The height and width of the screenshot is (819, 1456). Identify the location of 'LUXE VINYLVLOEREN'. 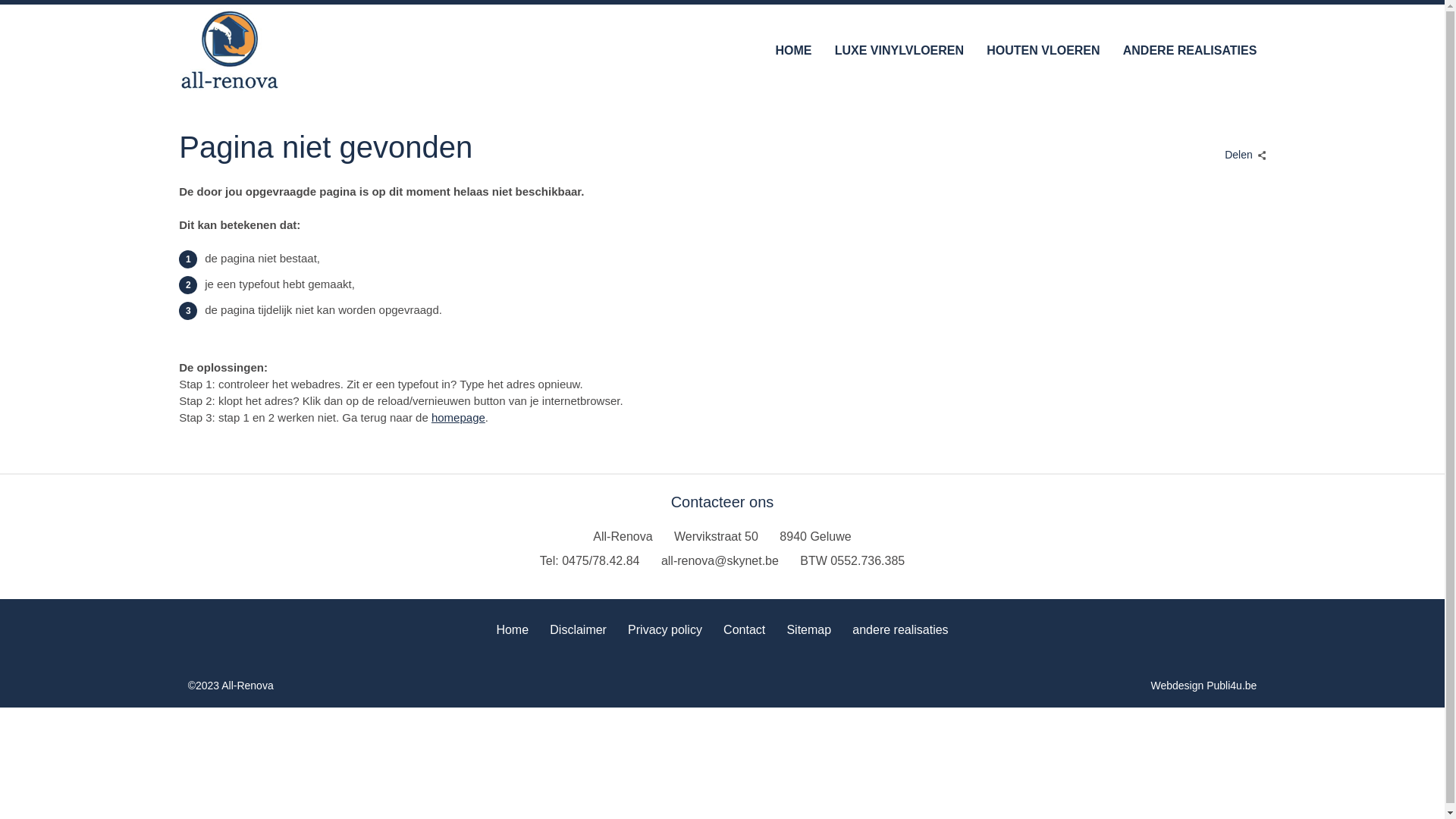
(899, 49).